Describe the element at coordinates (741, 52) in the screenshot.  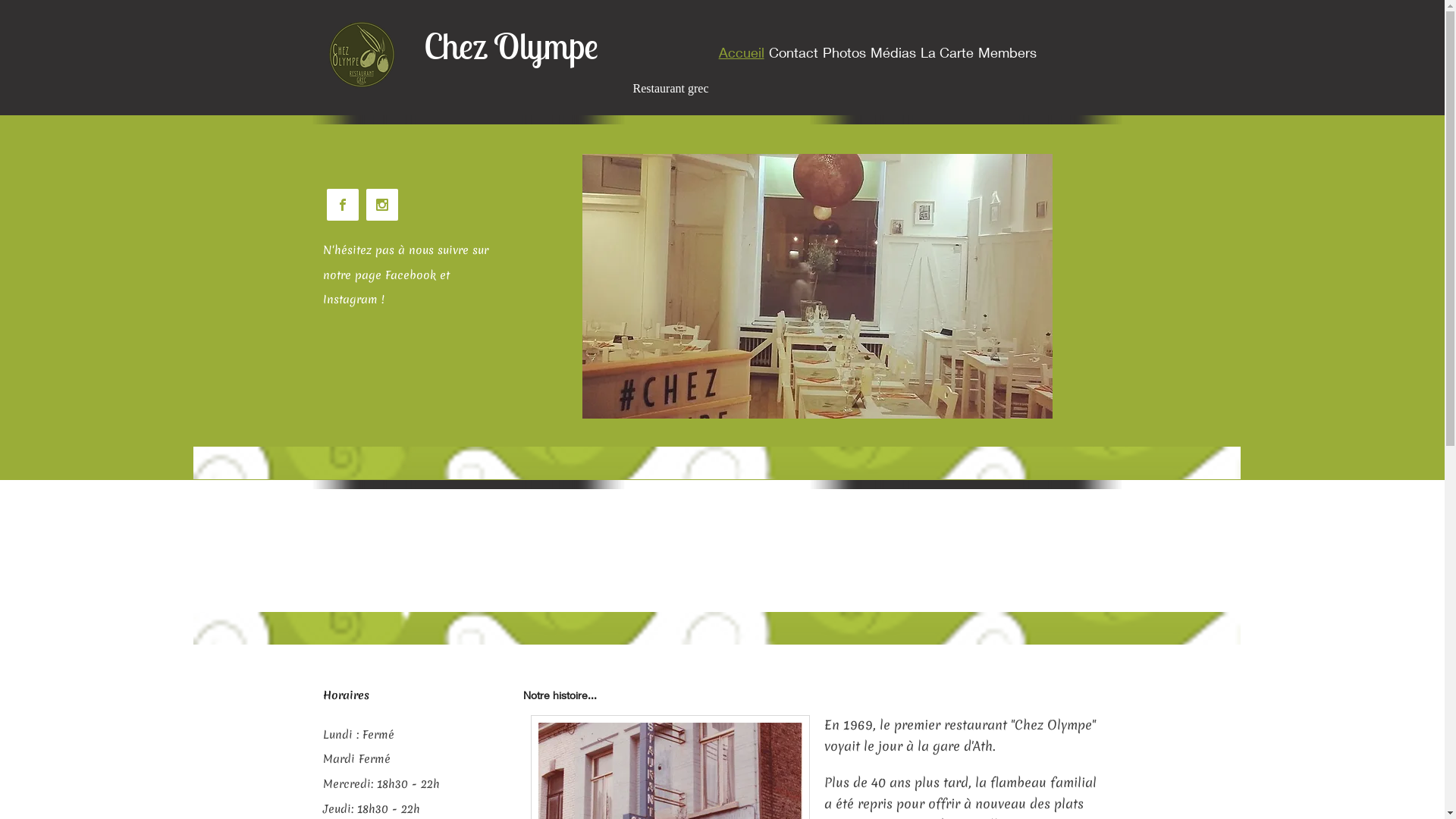
I see `'Accueil'` at that location.